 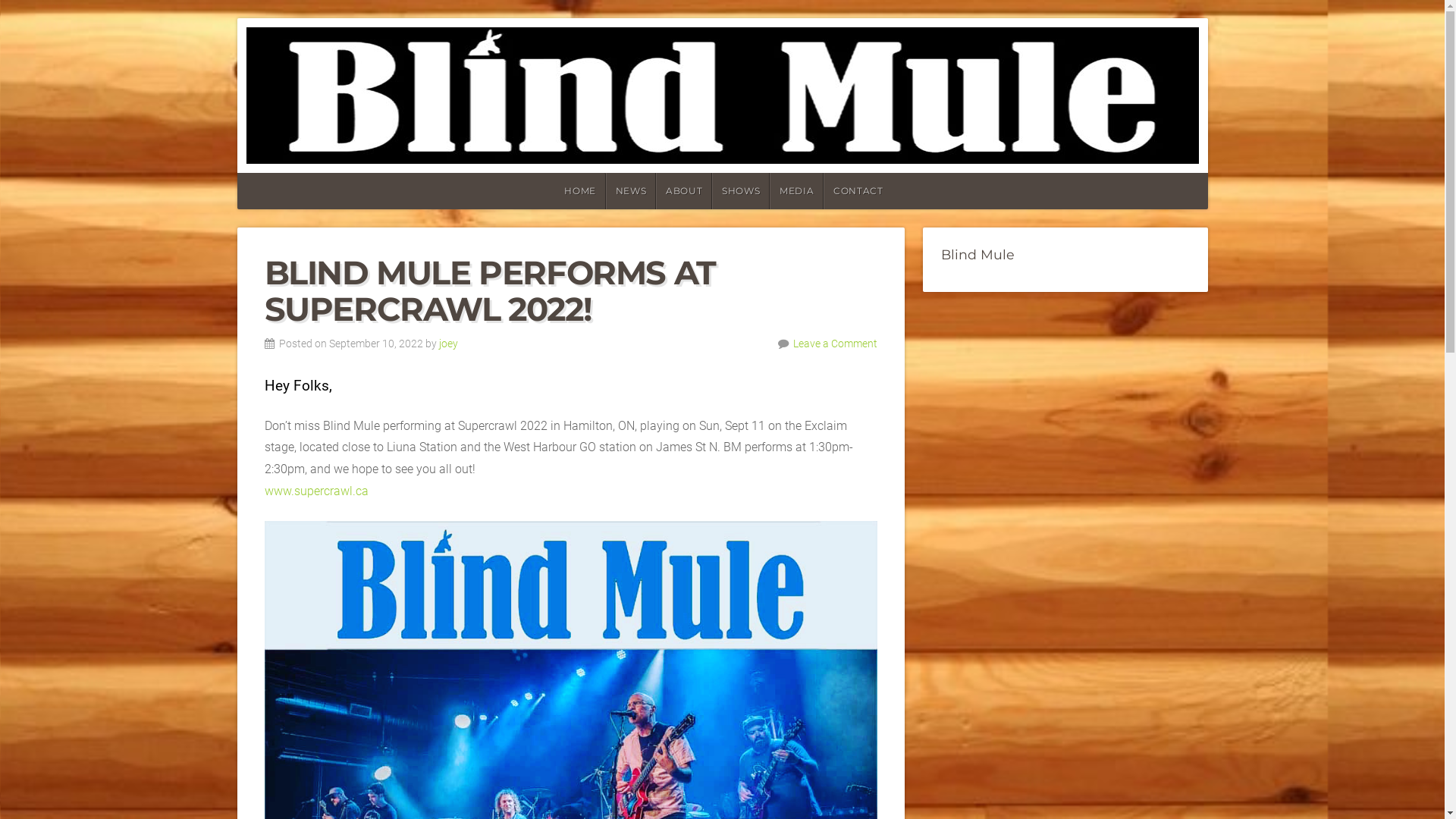 What do you see at coordinates (792, 344) in the screenshot?
I see `'Leave a Comment'` at bounding box center [792, 344].